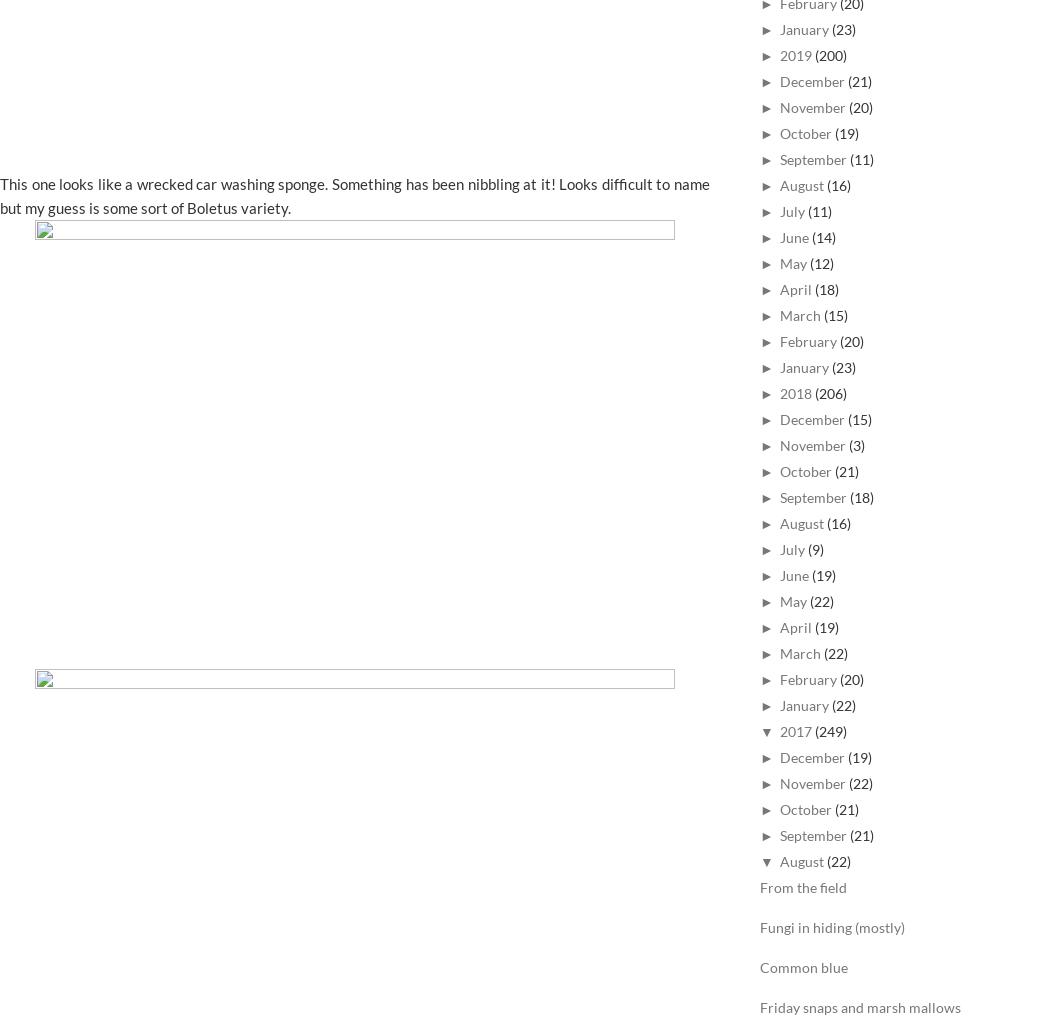  Describe the element at coordinates (855, 444) in the screenshot. I see `'(3)'` at that location.